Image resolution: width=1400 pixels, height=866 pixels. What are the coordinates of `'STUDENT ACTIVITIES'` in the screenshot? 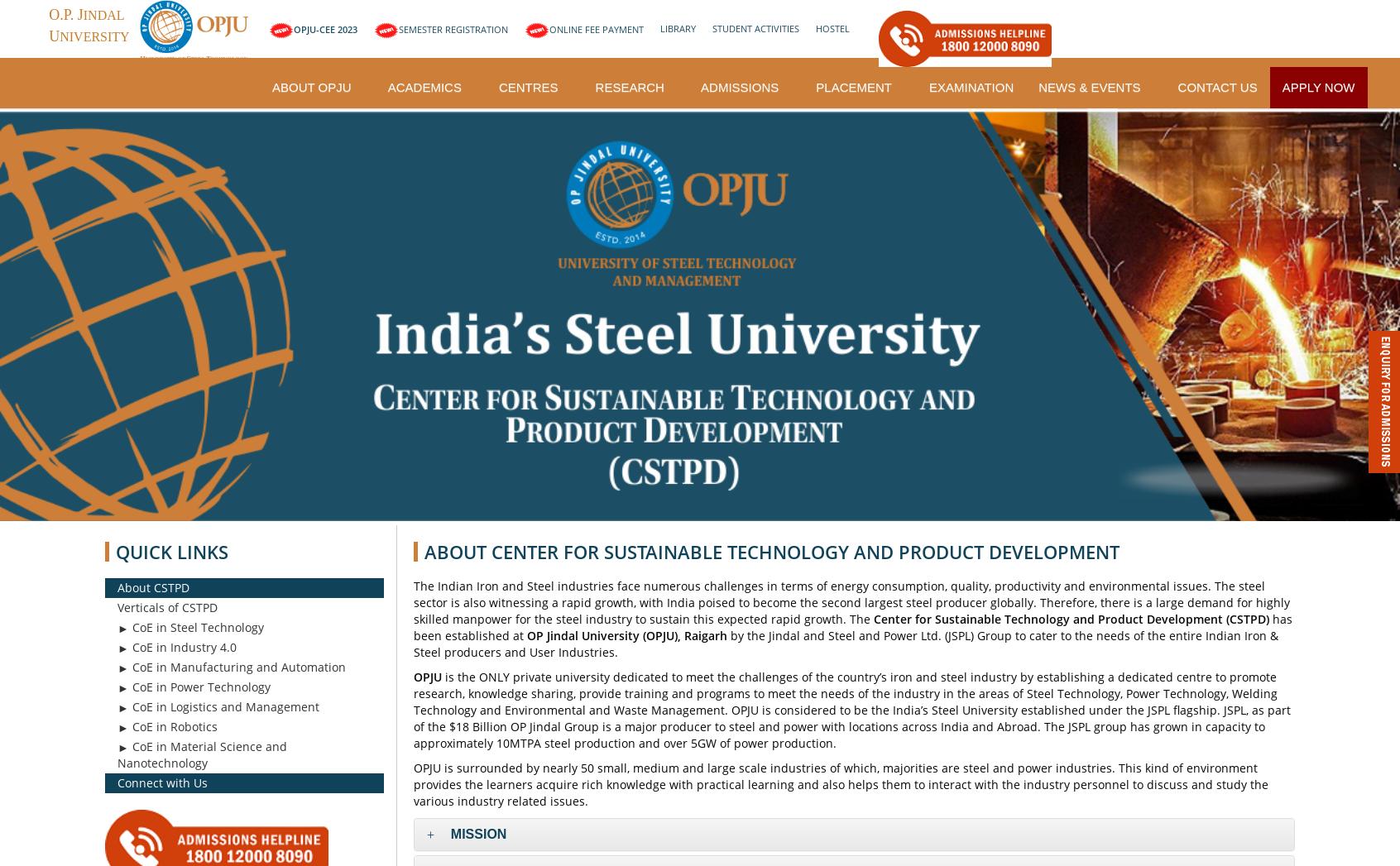 It's located at (754, 26).